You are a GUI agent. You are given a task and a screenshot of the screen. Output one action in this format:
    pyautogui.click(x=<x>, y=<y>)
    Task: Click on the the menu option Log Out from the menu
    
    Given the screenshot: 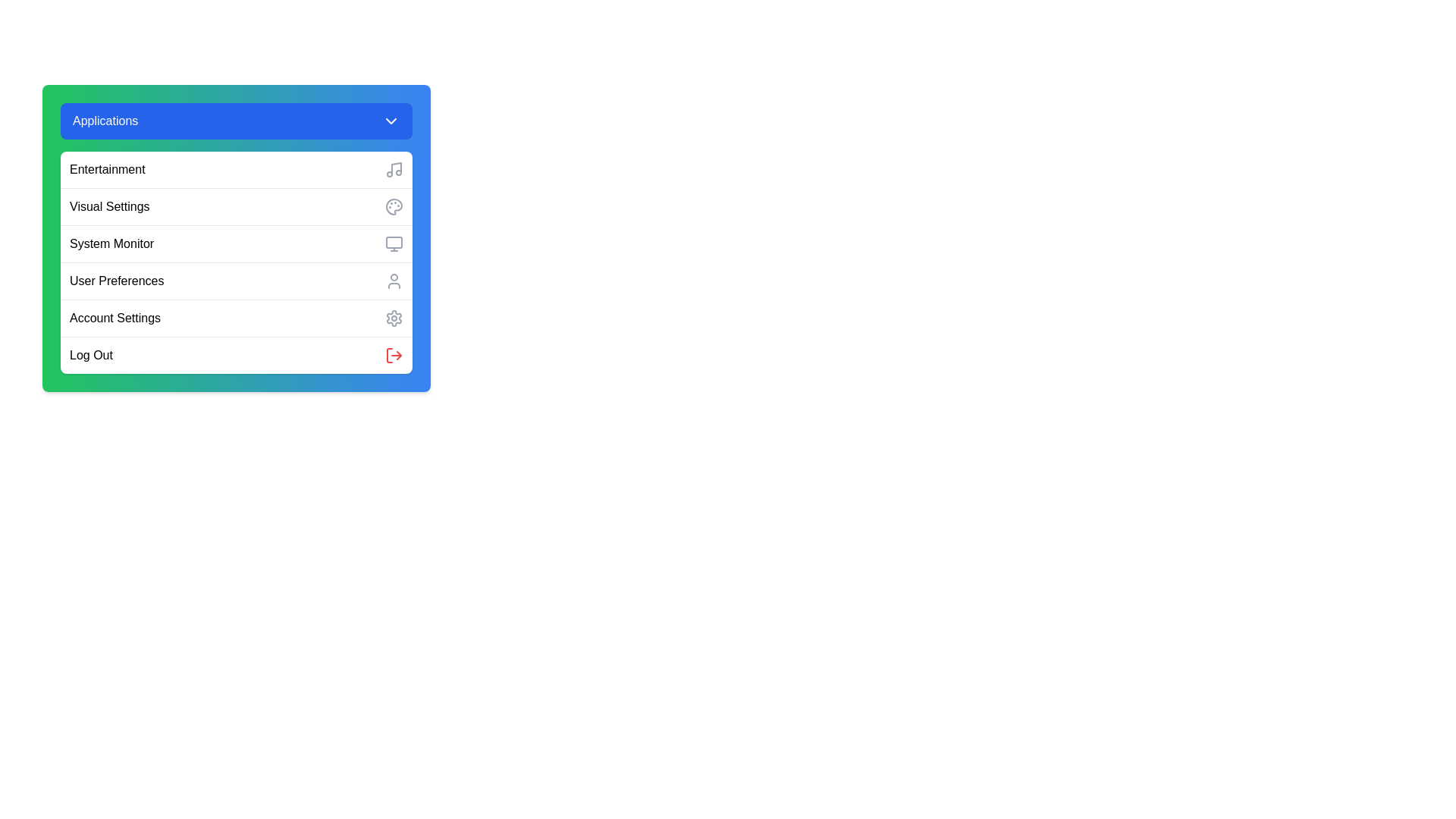 What is the action you would take?
    pyautogui.click(x=236, y=355)
    